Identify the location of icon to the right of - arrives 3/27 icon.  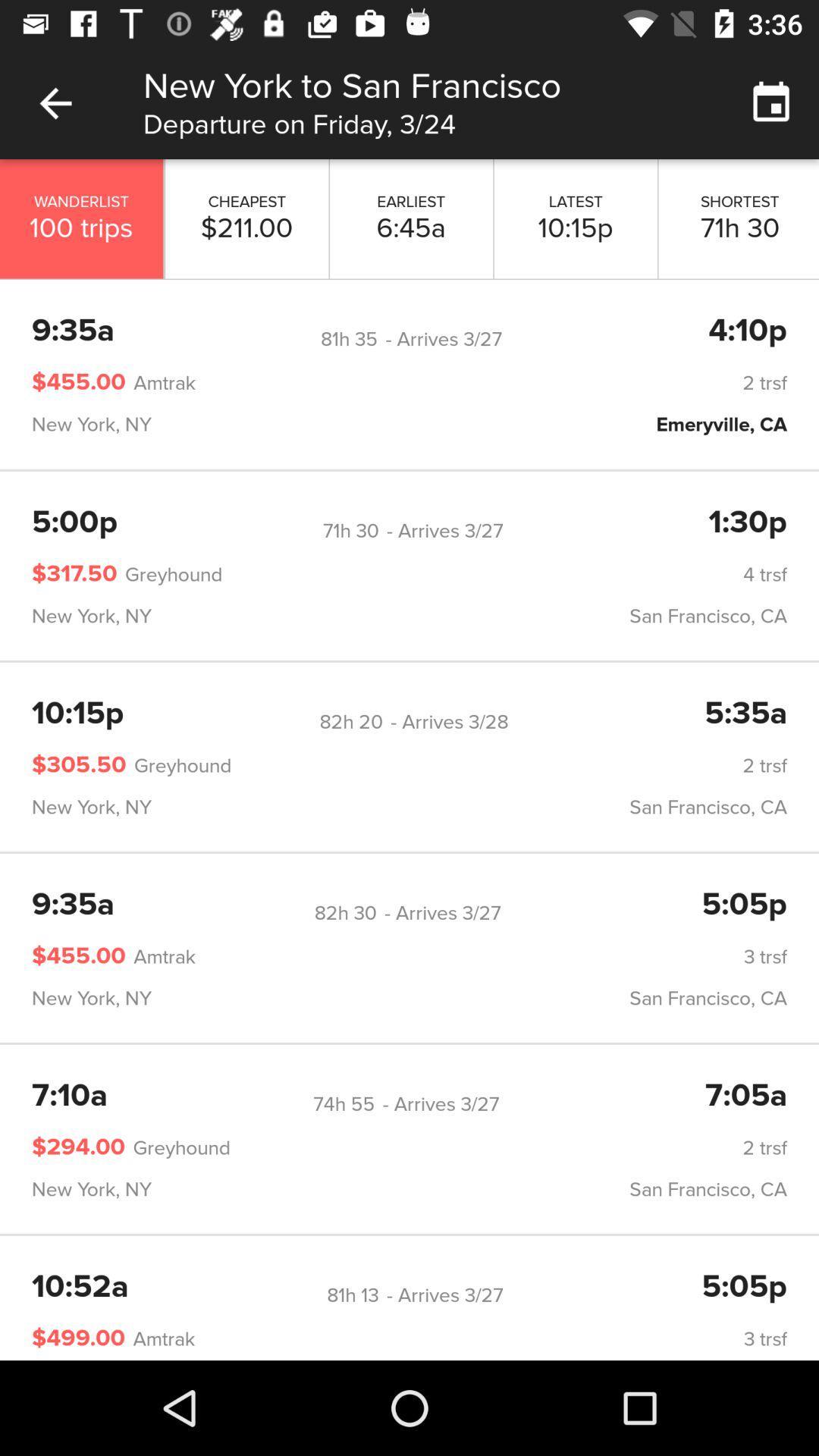
(747, 331).